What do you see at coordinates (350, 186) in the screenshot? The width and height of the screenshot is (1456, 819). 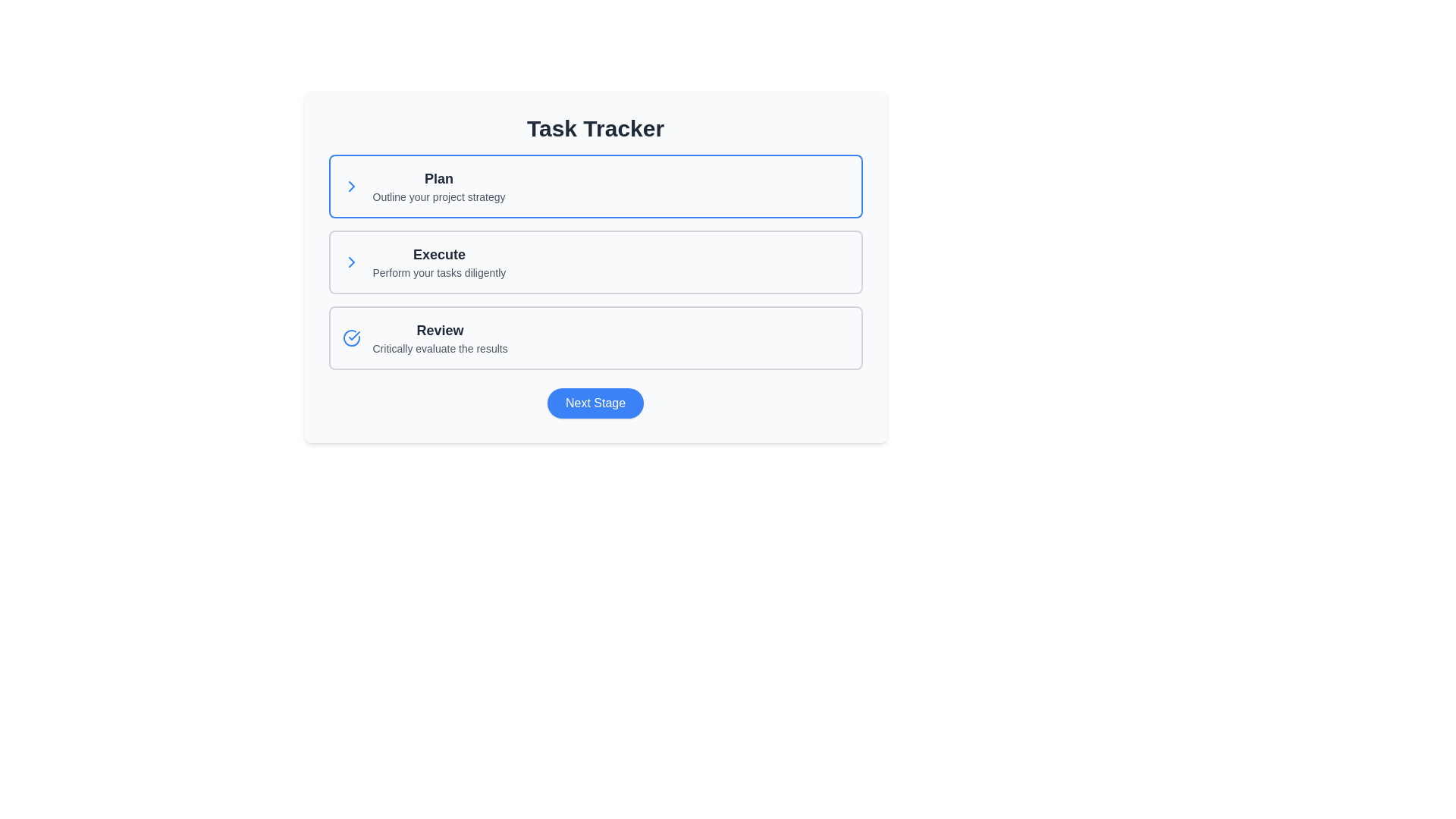 I see `the Chevron icon located within the second list item 'Execute Perform your tasks diligently' to indicate further interaction options` at bounding box center [350, 186].